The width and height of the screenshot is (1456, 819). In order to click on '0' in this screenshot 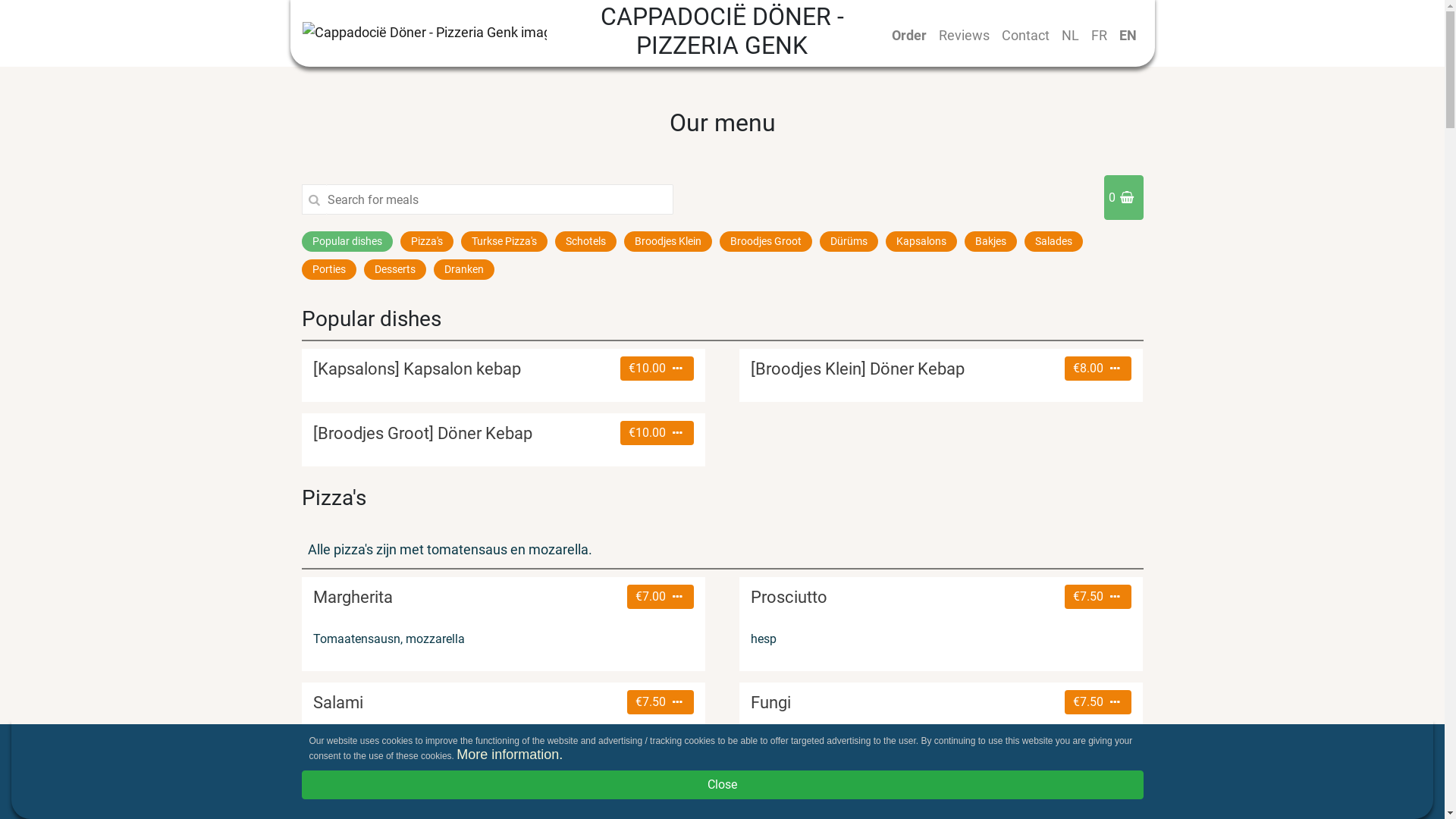, I will do `click(1123, 196)`.